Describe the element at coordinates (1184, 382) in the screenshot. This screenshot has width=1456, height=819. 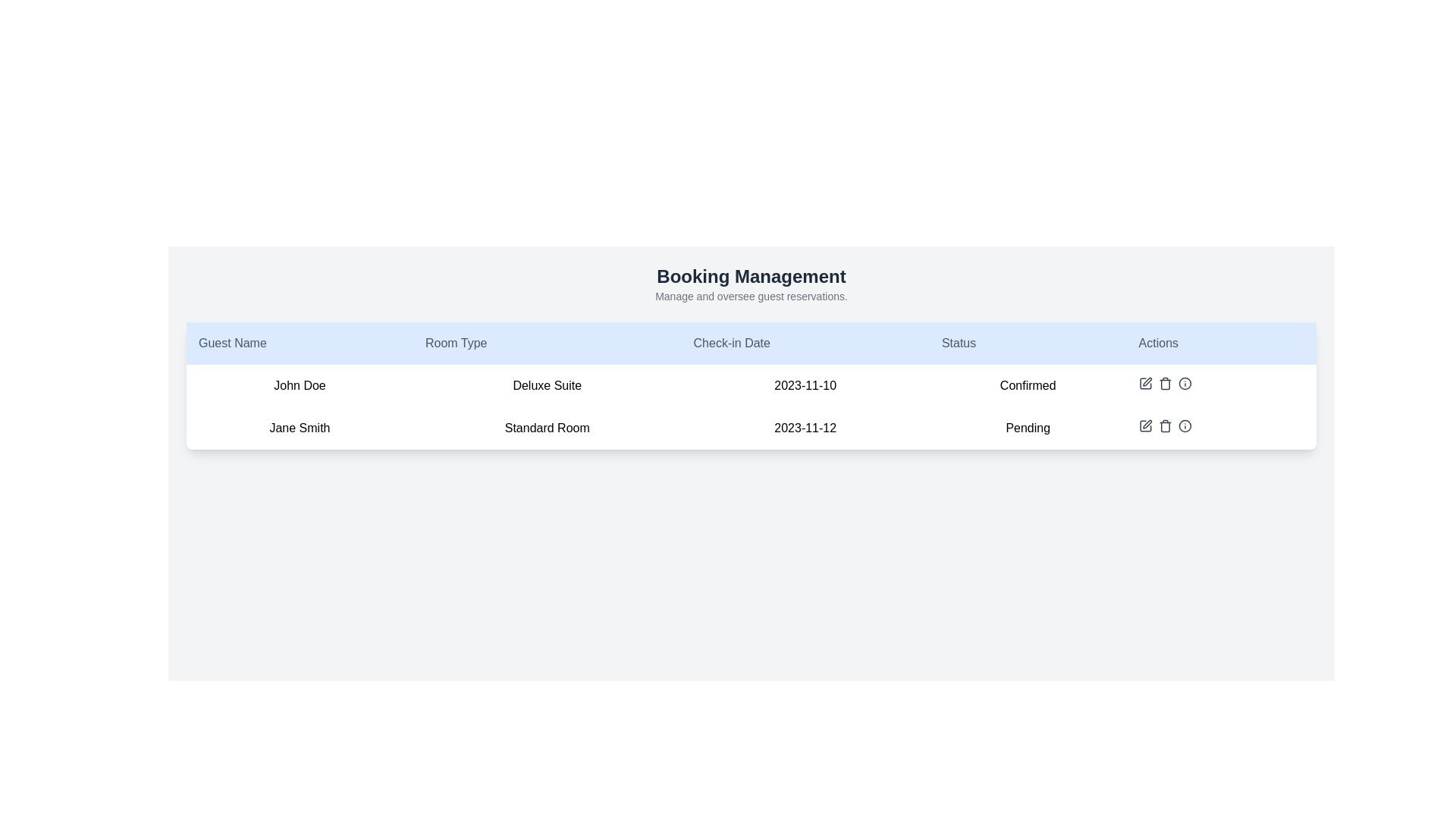
I see `the icon button in the 'Actions' column of the second row in the Booking Management table to change its color` at that location.